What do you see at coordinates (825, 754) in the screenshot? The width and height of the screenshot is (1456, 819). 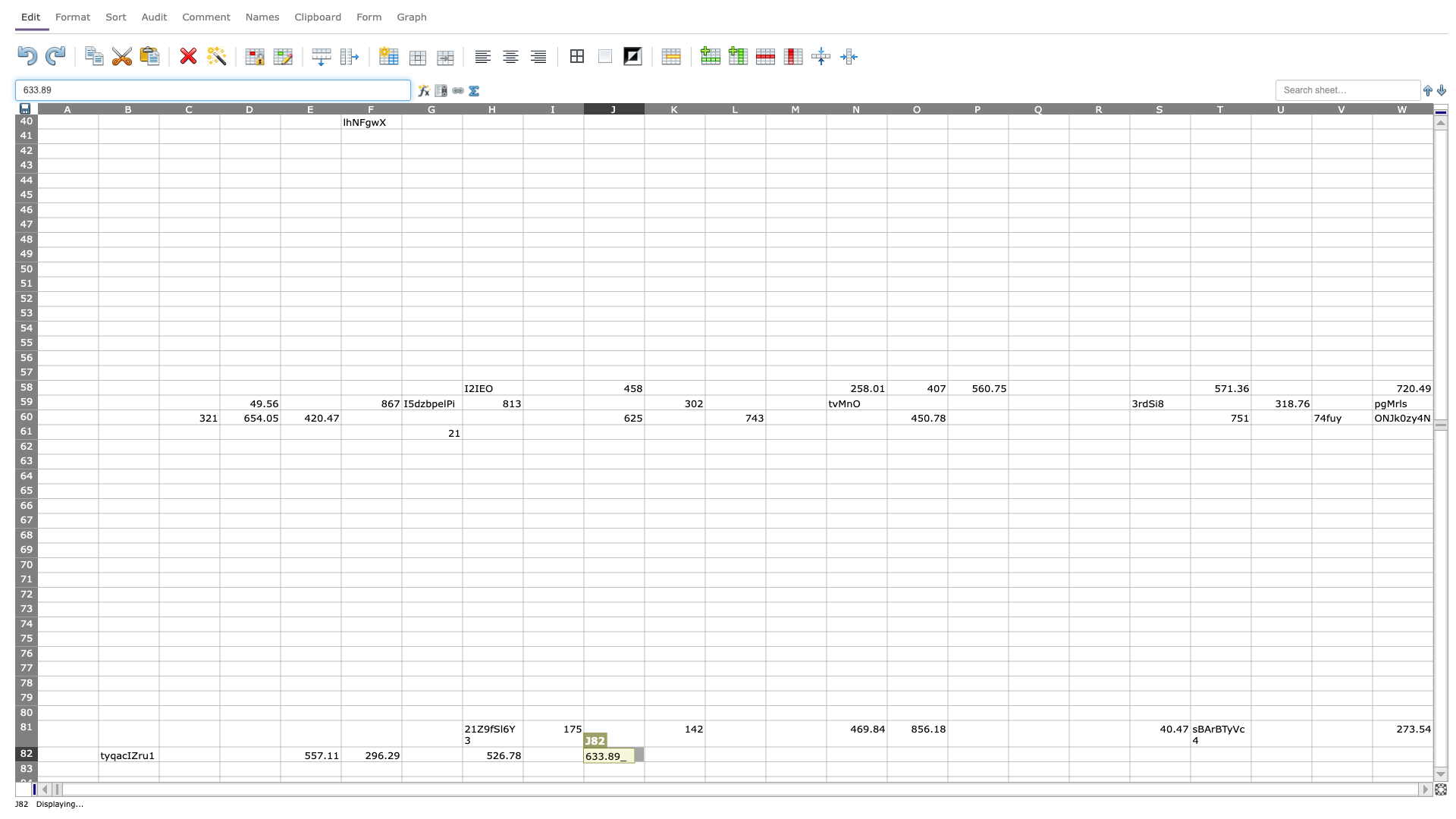 I see `right border of M82` at bounding box center [825, 754].